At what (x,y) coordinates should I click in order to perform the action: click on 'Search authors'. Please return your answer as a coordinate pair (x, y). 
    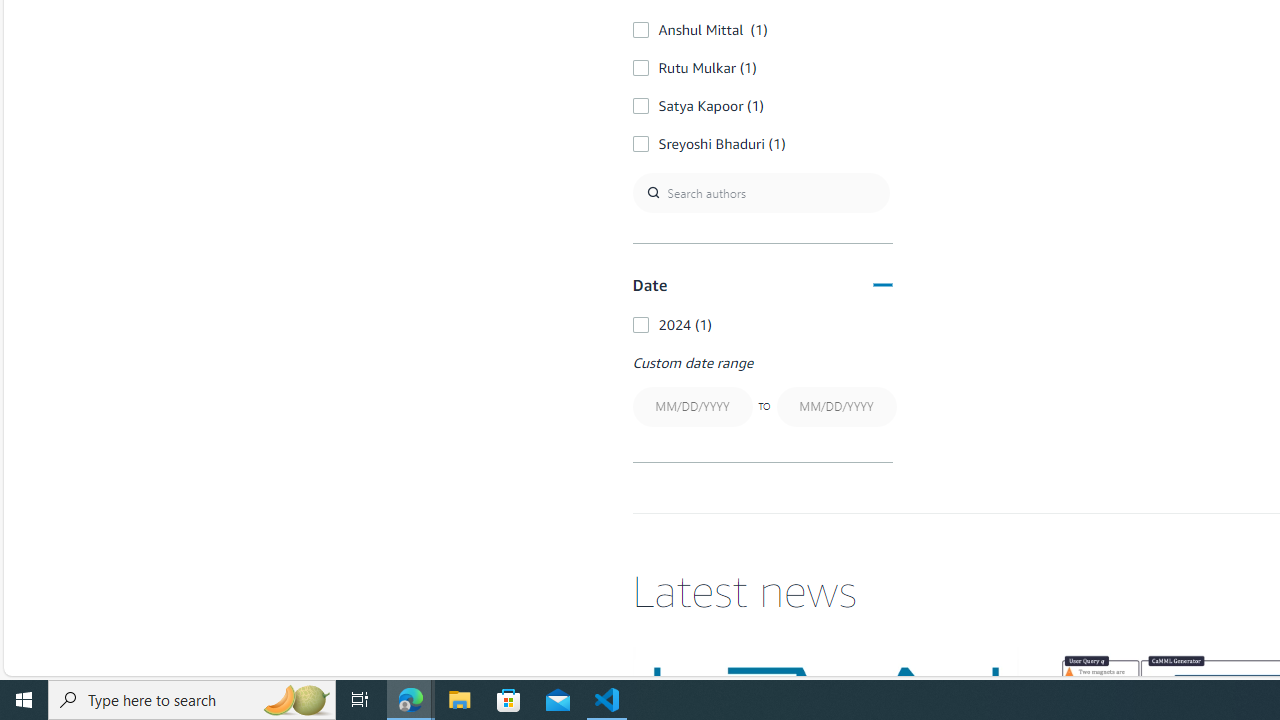
    Looking at the image, I should click on (759, 192).